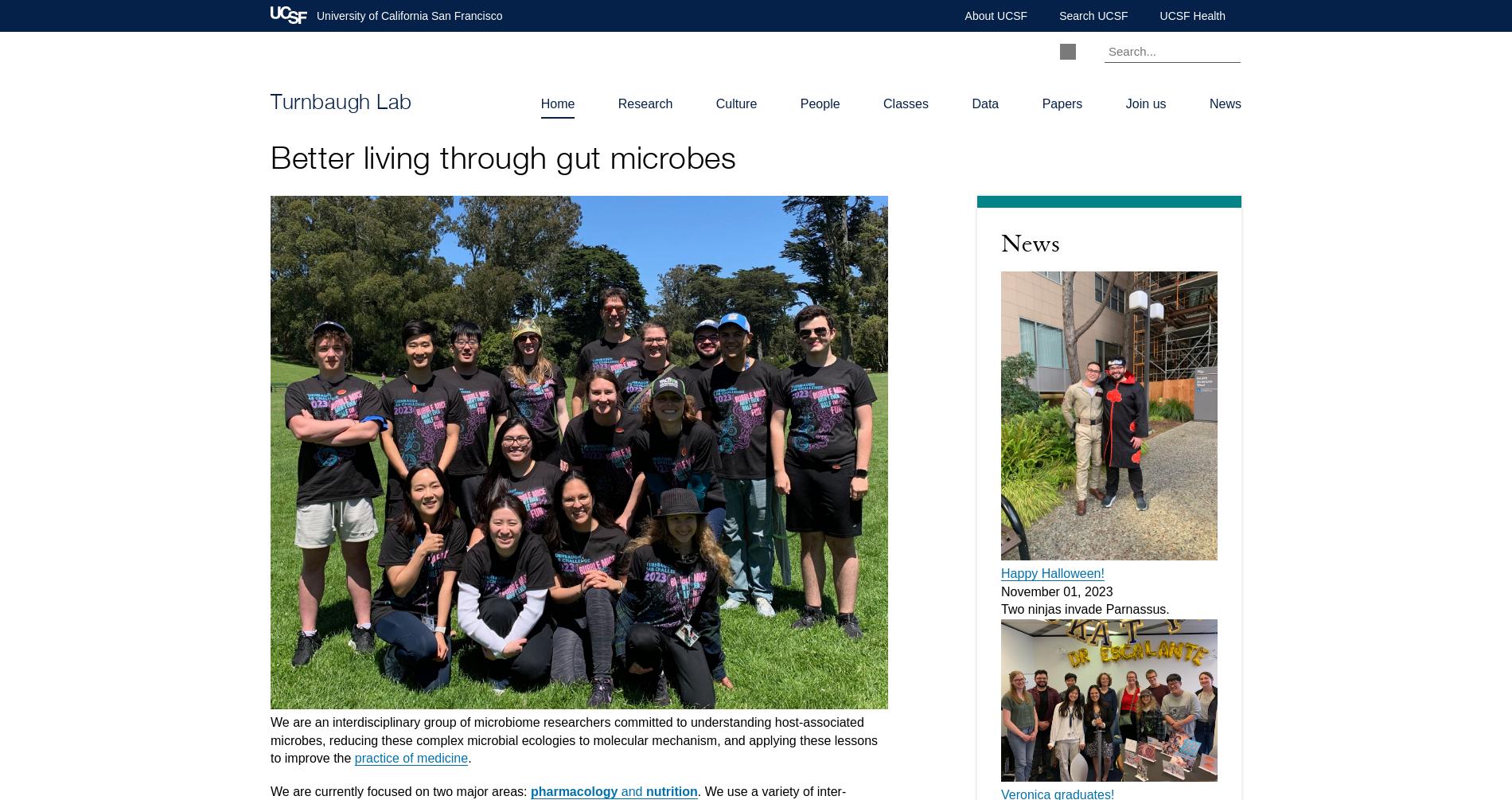 Image resolution: width=1512 pixels, height=800 pixels. What do you see at coordinates (616, 790) in the screenshot?
I see `'and'` at bounding box center [616, 790].